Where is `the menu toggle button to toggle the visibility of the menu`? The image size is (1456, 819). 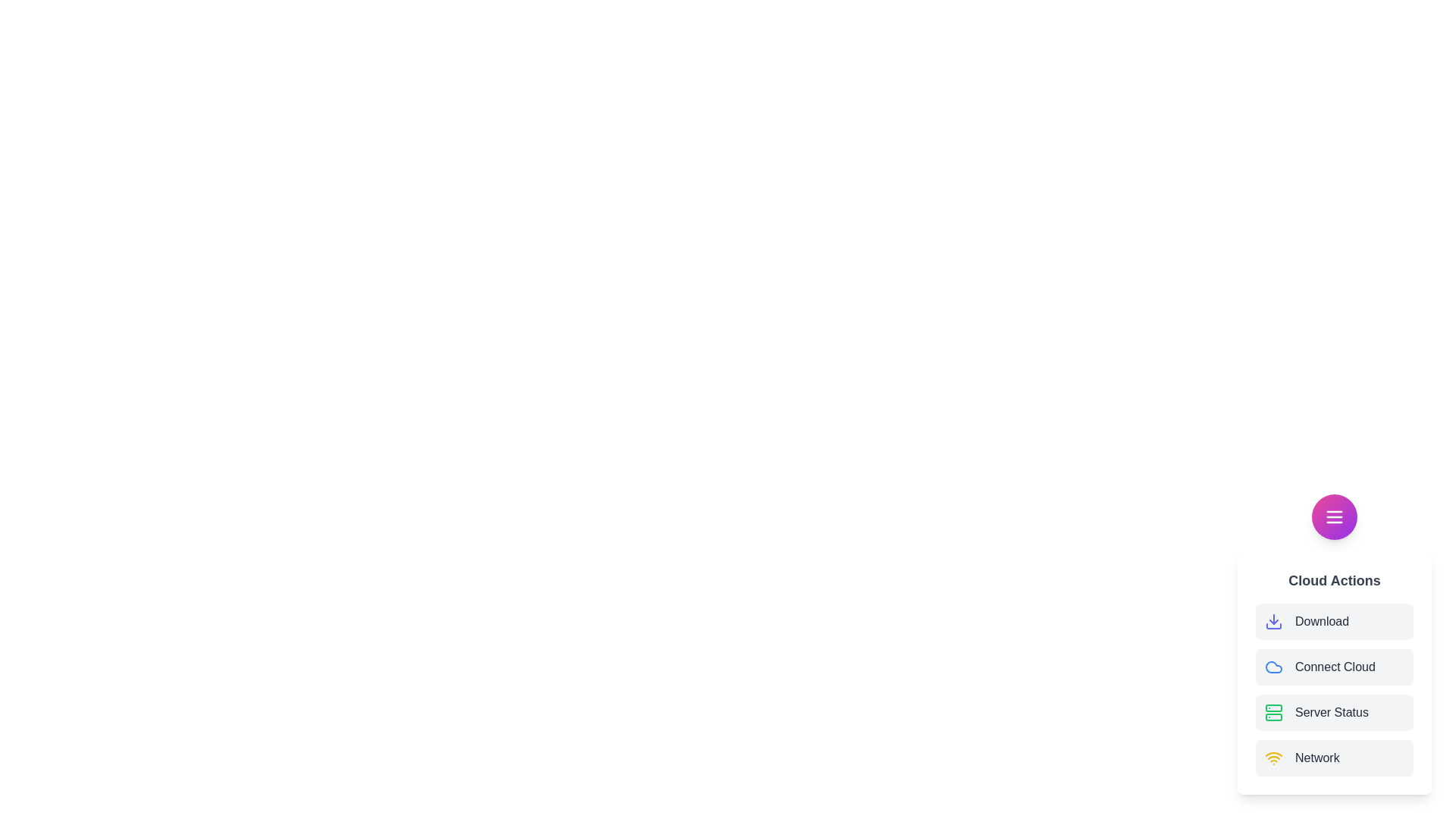
the menu toggle button to toggle the visibility of the menu is located at coordinates (1335, 516).